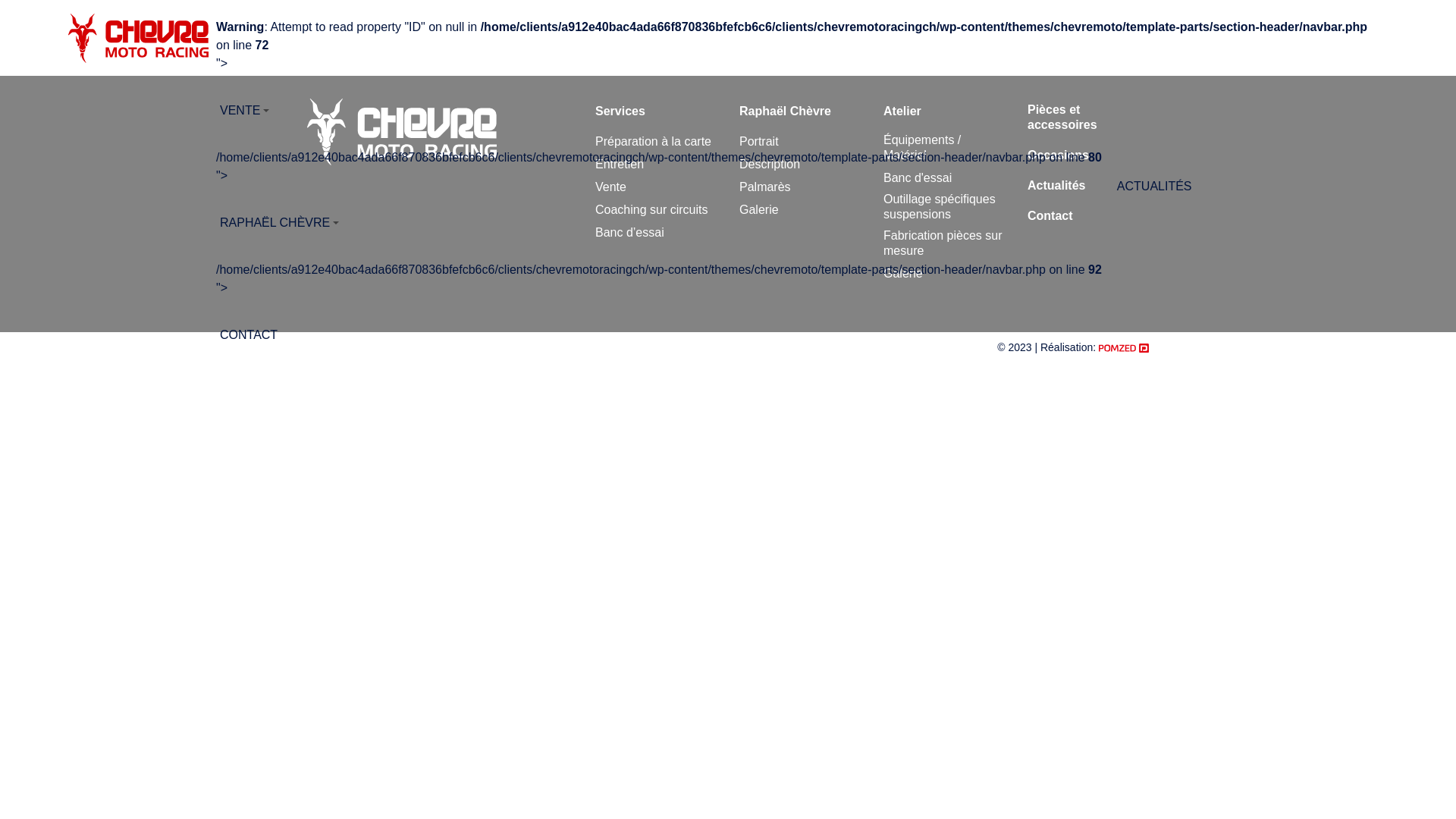 The height and width of the screenshot is (819, 1456). What do you see at coordinates (769, 164) in the screenshot?
I see `'Description'` at bounding box center [769, 164].